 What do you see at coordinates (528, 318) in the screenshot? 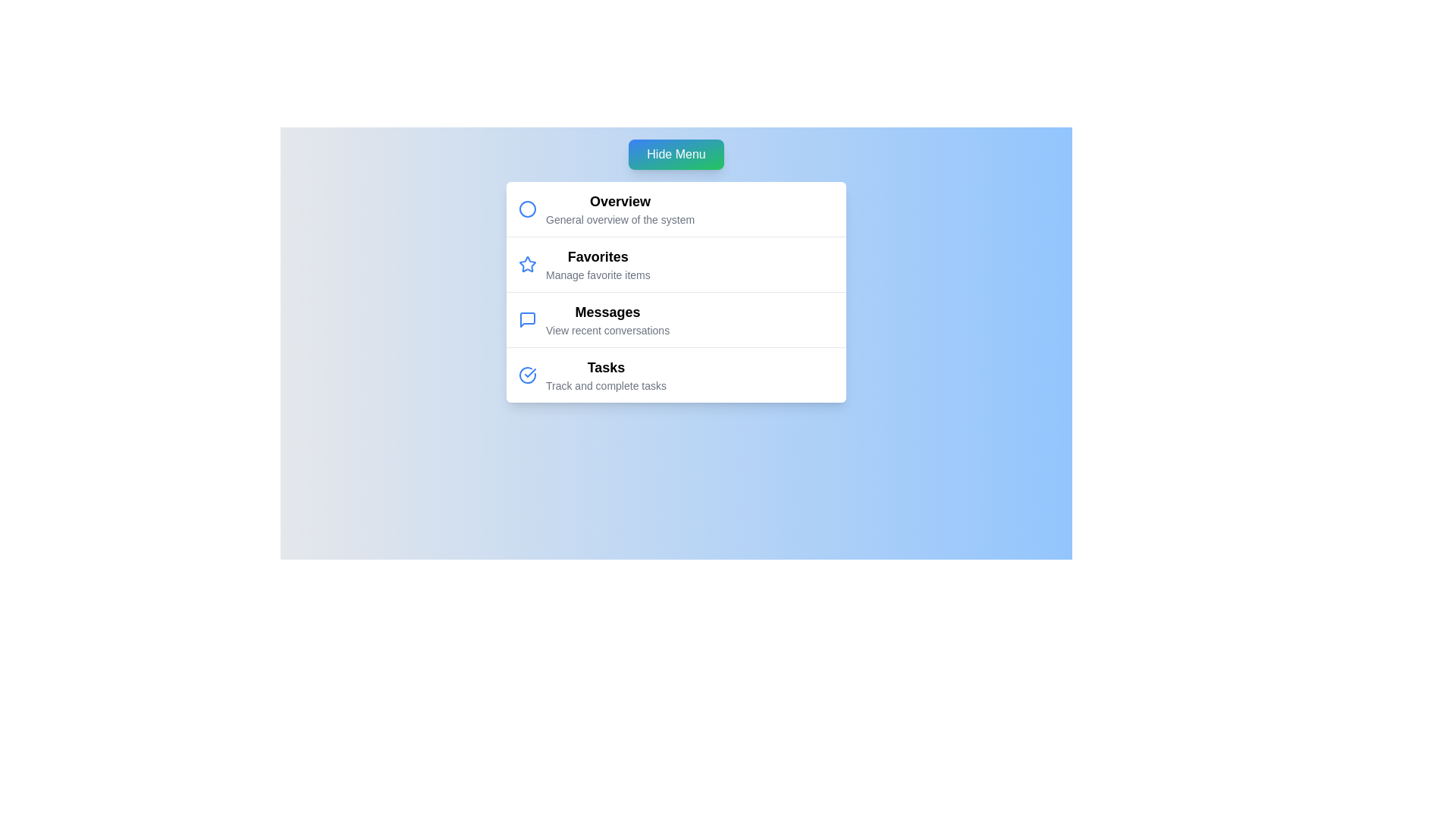
I see `the menu item icon corresponding to Messages` at bounding box center [528, 318].